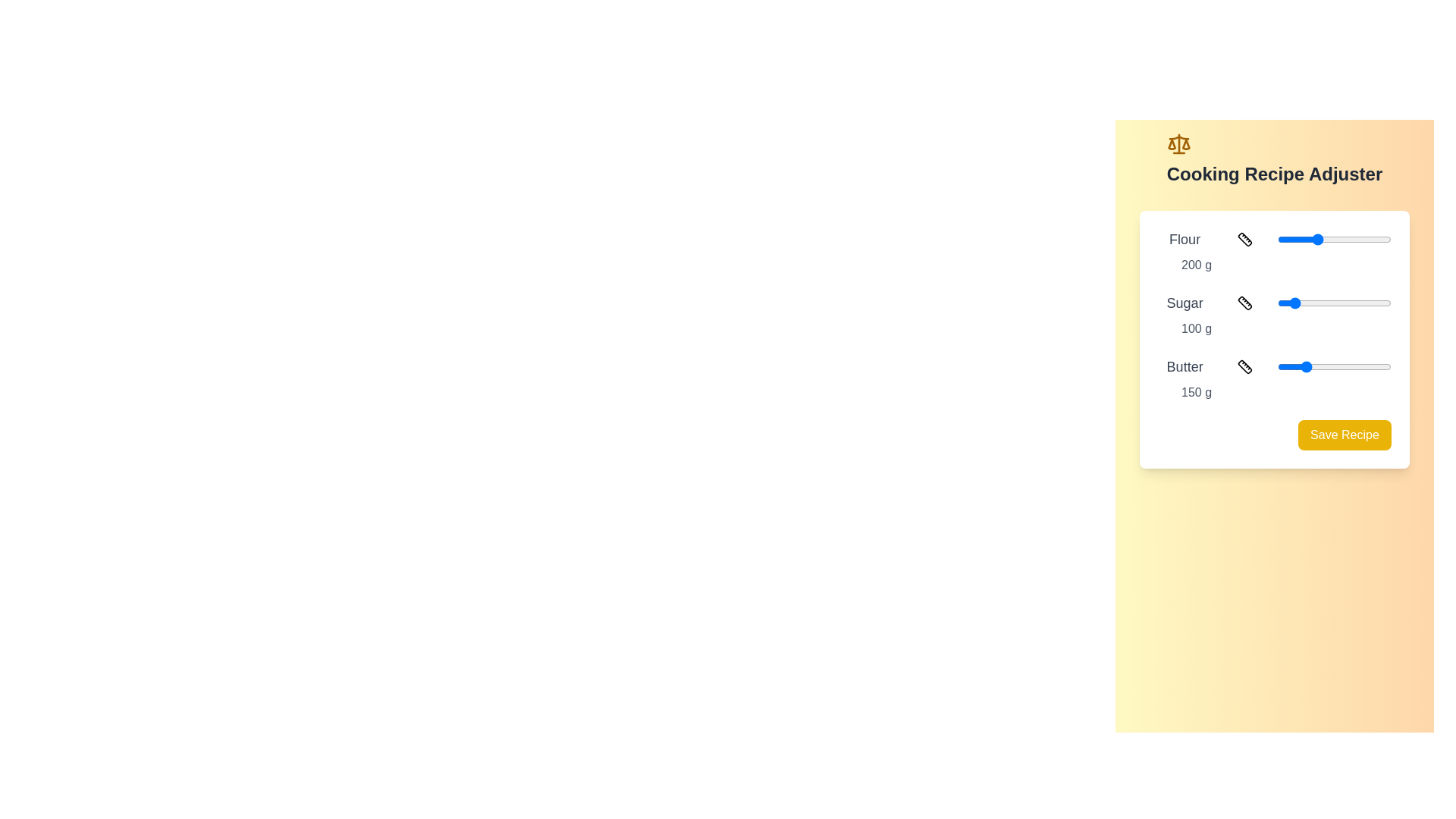 The width and height of the screenshot is (1456, 819). I want to click on the slider for 'Flour' and observe its value, so click(1332, 239).